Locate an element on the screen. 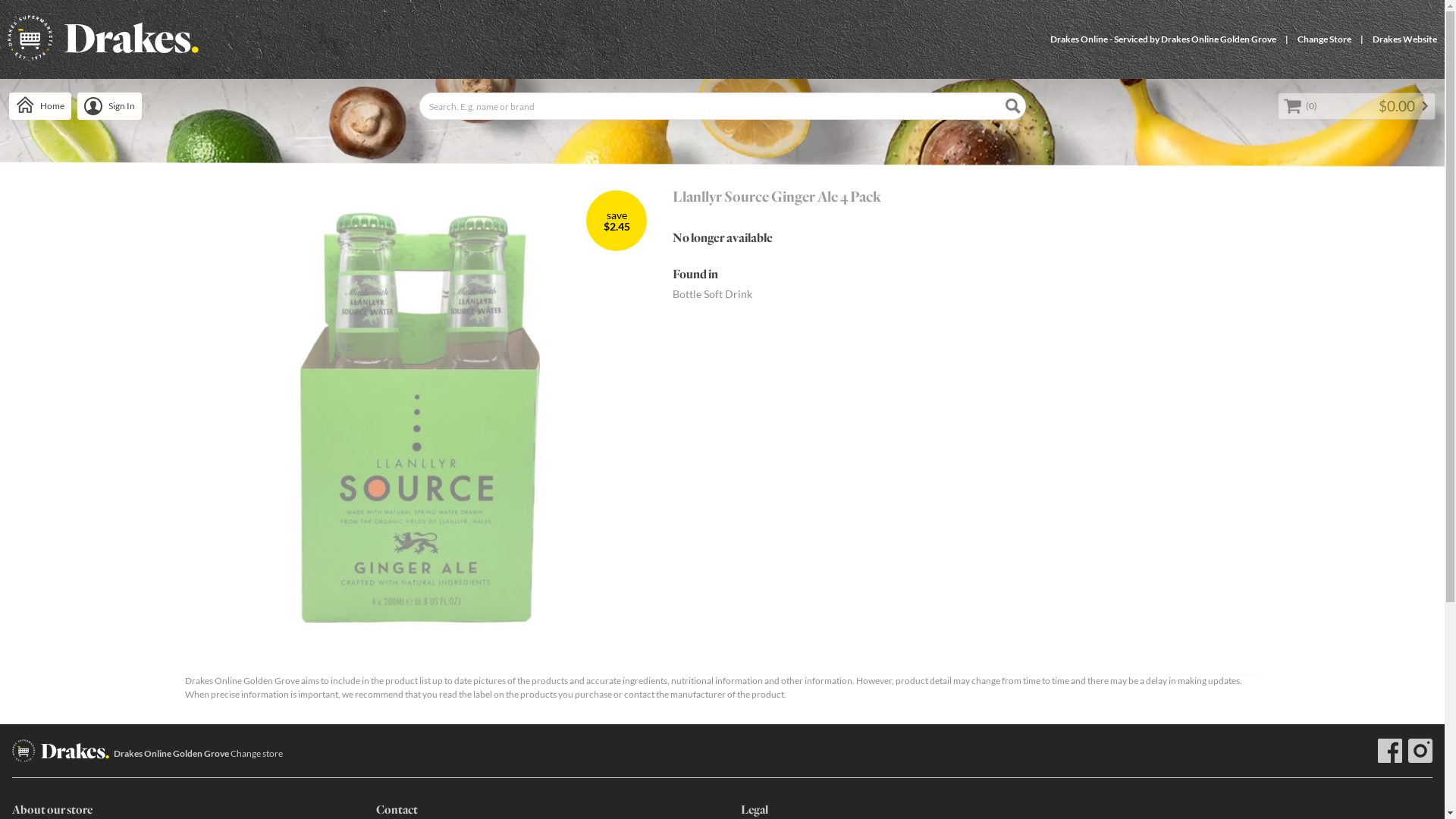  'Sign In' is located at coordinates (108, 105).